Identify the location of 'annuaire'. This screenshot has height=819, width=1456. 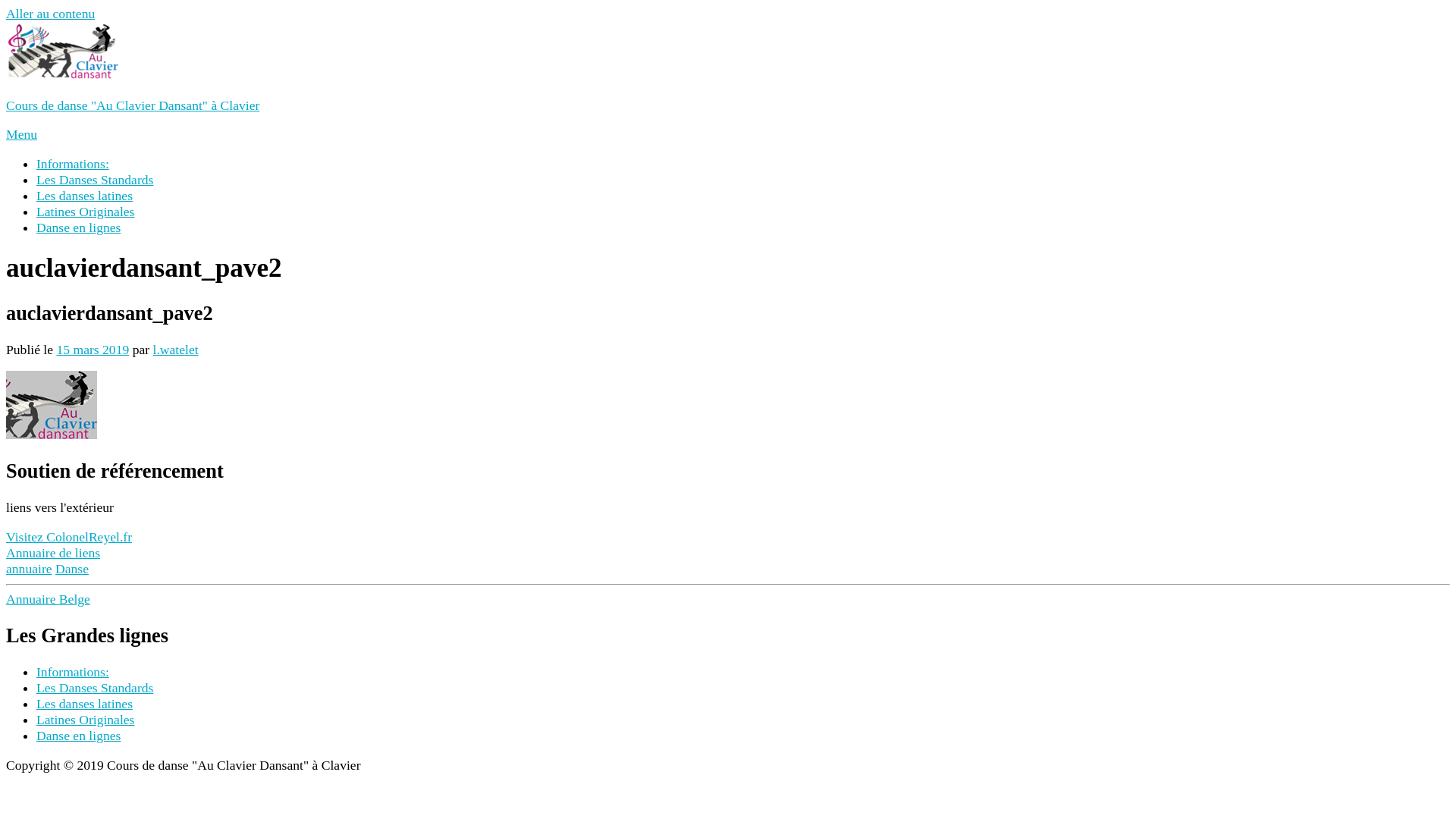
(29, 568).